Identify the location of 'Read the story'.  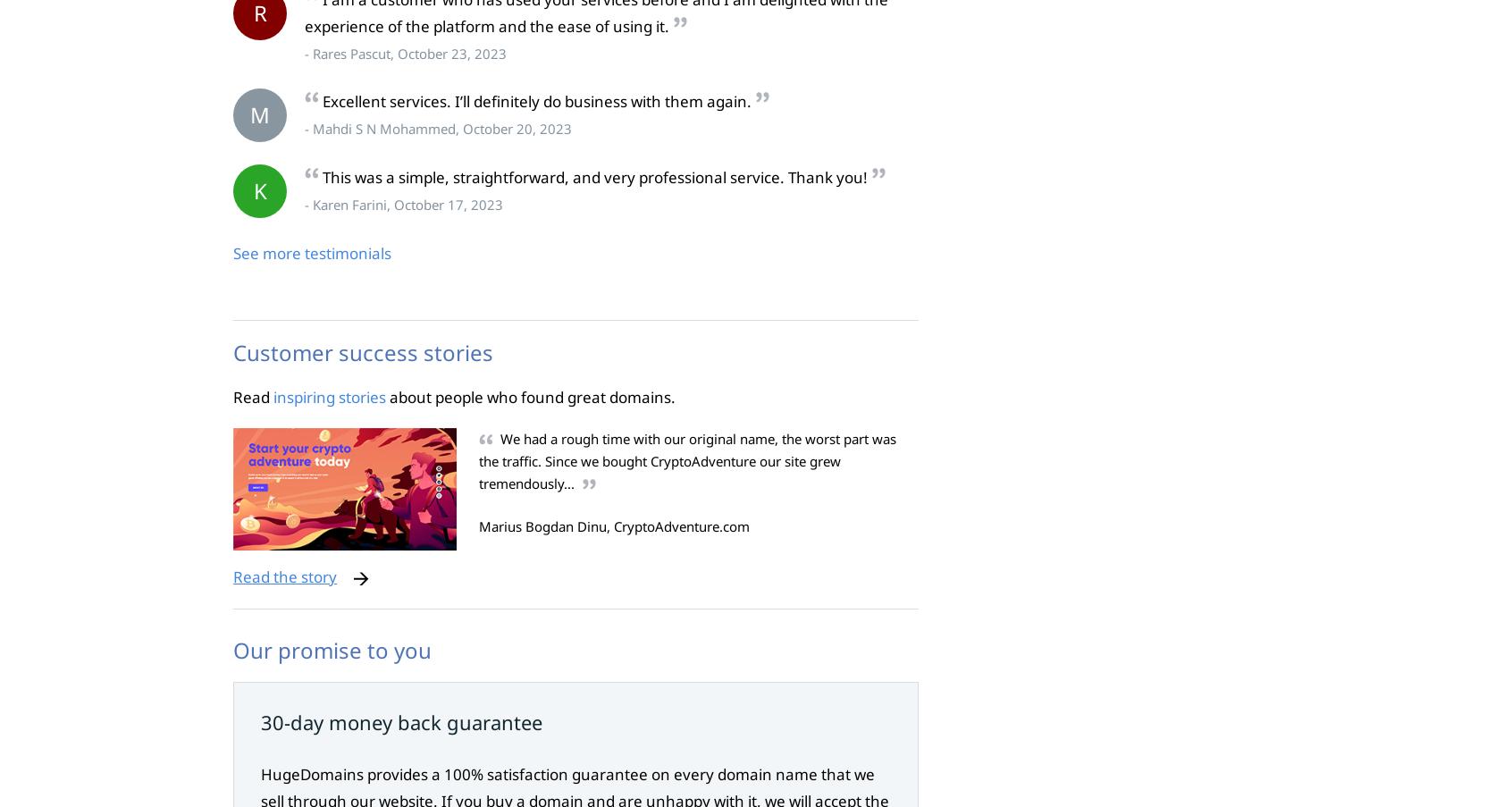
(283, 576).